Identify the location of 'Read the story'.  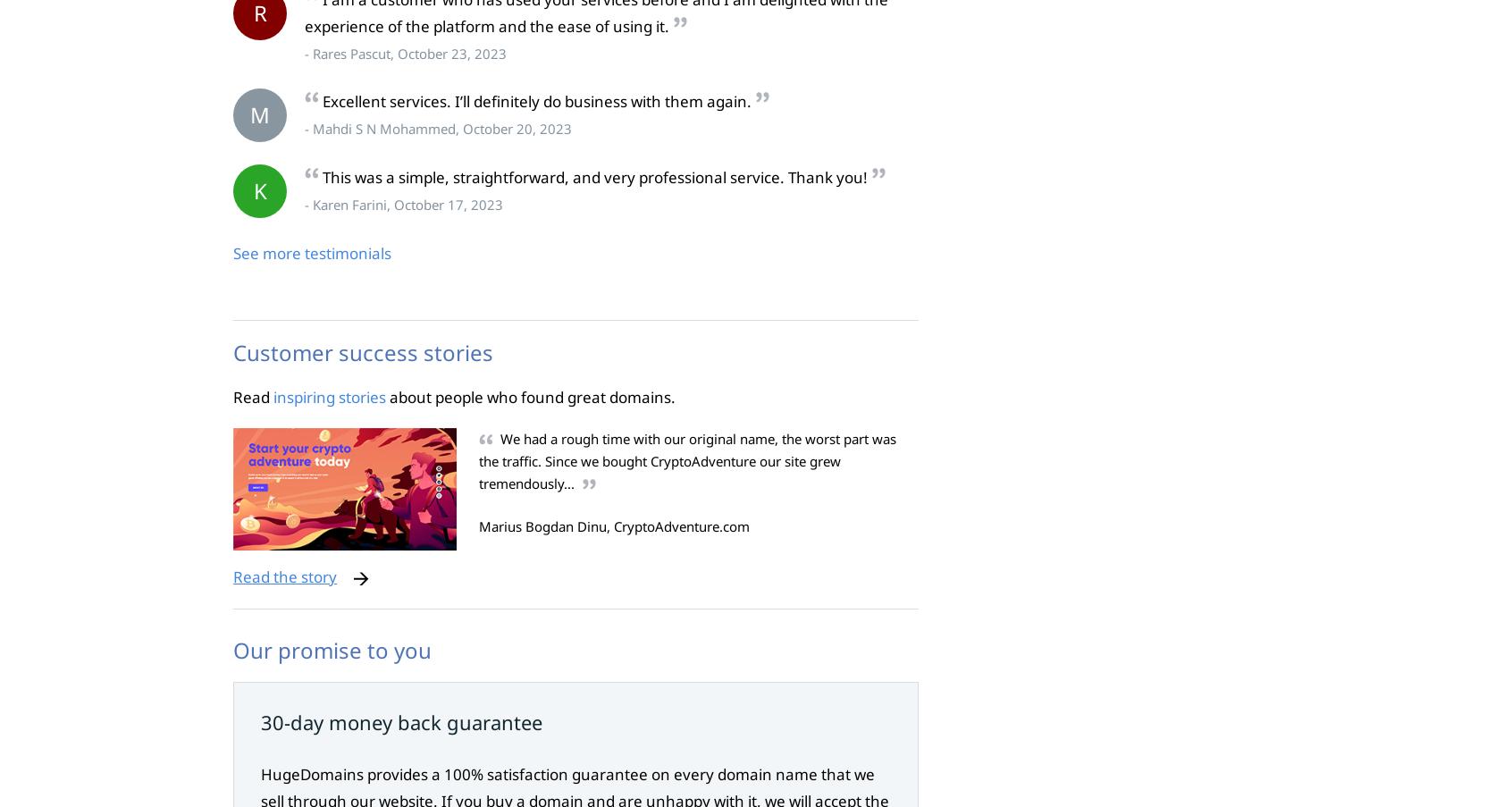
(283, 576).